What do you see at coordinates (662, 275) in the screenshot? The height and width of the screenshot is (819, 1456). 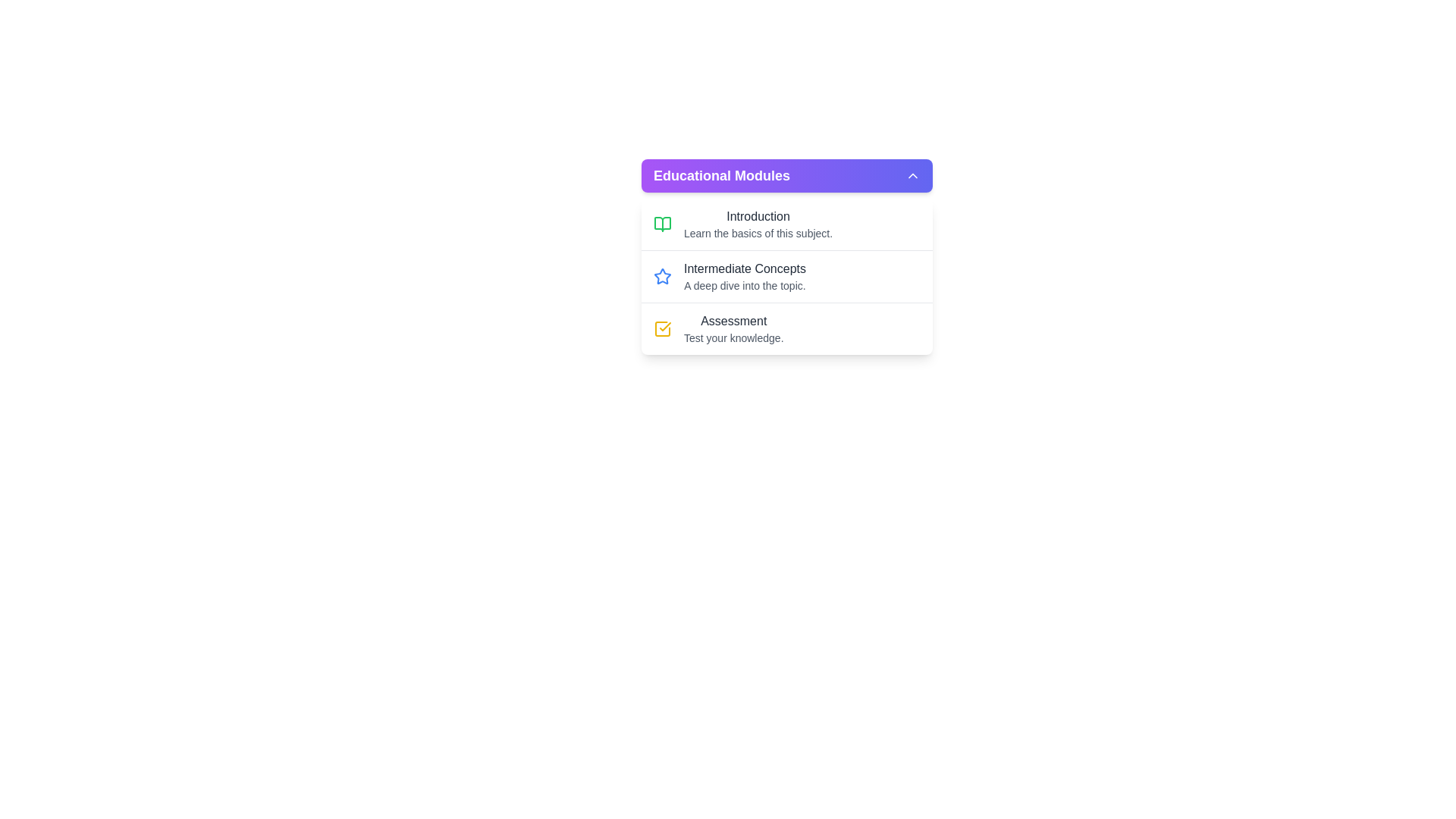 I see `the blue SVG icon representing 'Intermediate Concepts' in the educational module list` at bounding box center [662, 275].